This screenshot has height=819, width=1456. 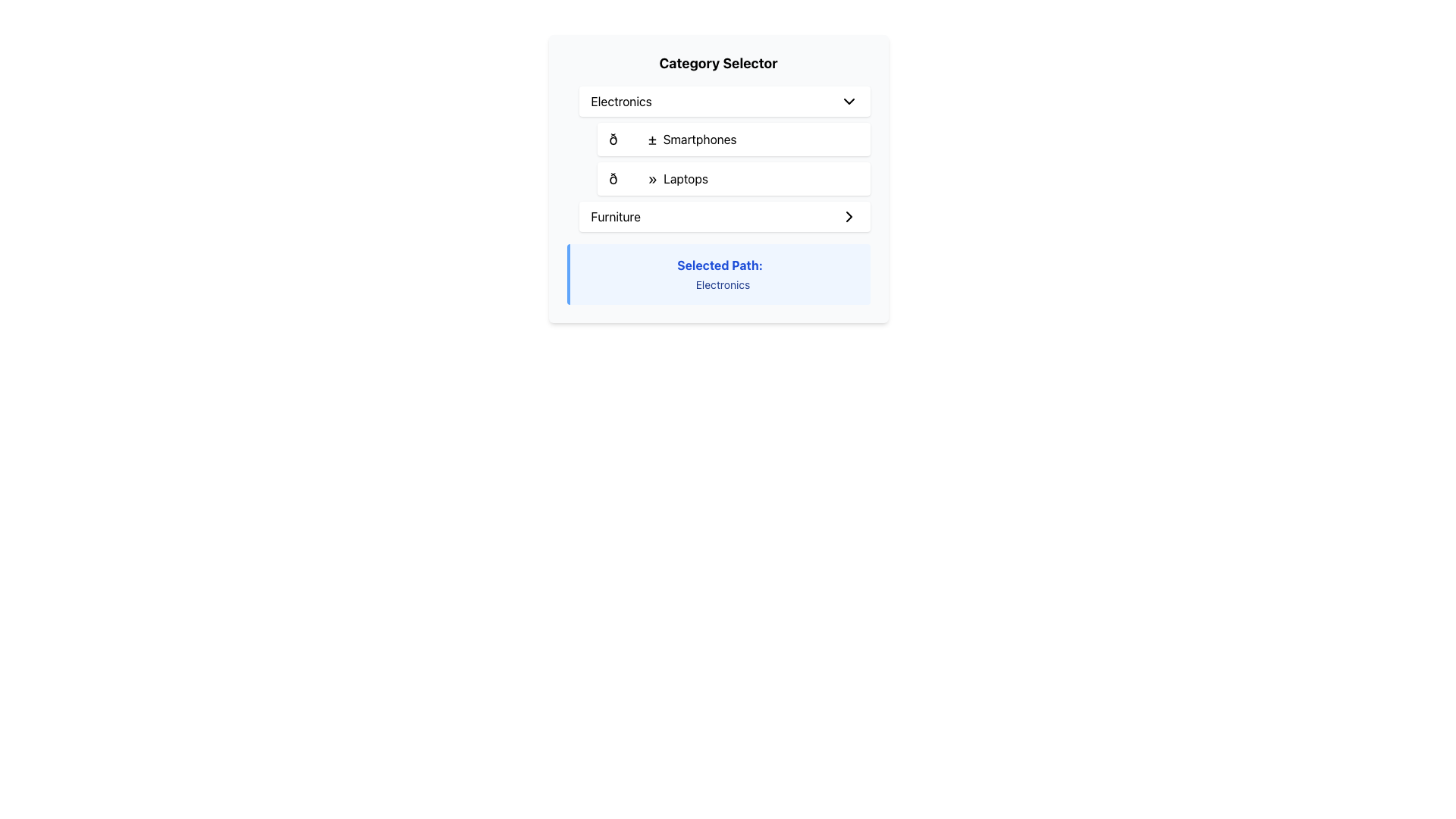 I want to click on the expandable content indicator icon located inside the 'Electronics' button in the dropdown menu, so click(x=848, y=102).